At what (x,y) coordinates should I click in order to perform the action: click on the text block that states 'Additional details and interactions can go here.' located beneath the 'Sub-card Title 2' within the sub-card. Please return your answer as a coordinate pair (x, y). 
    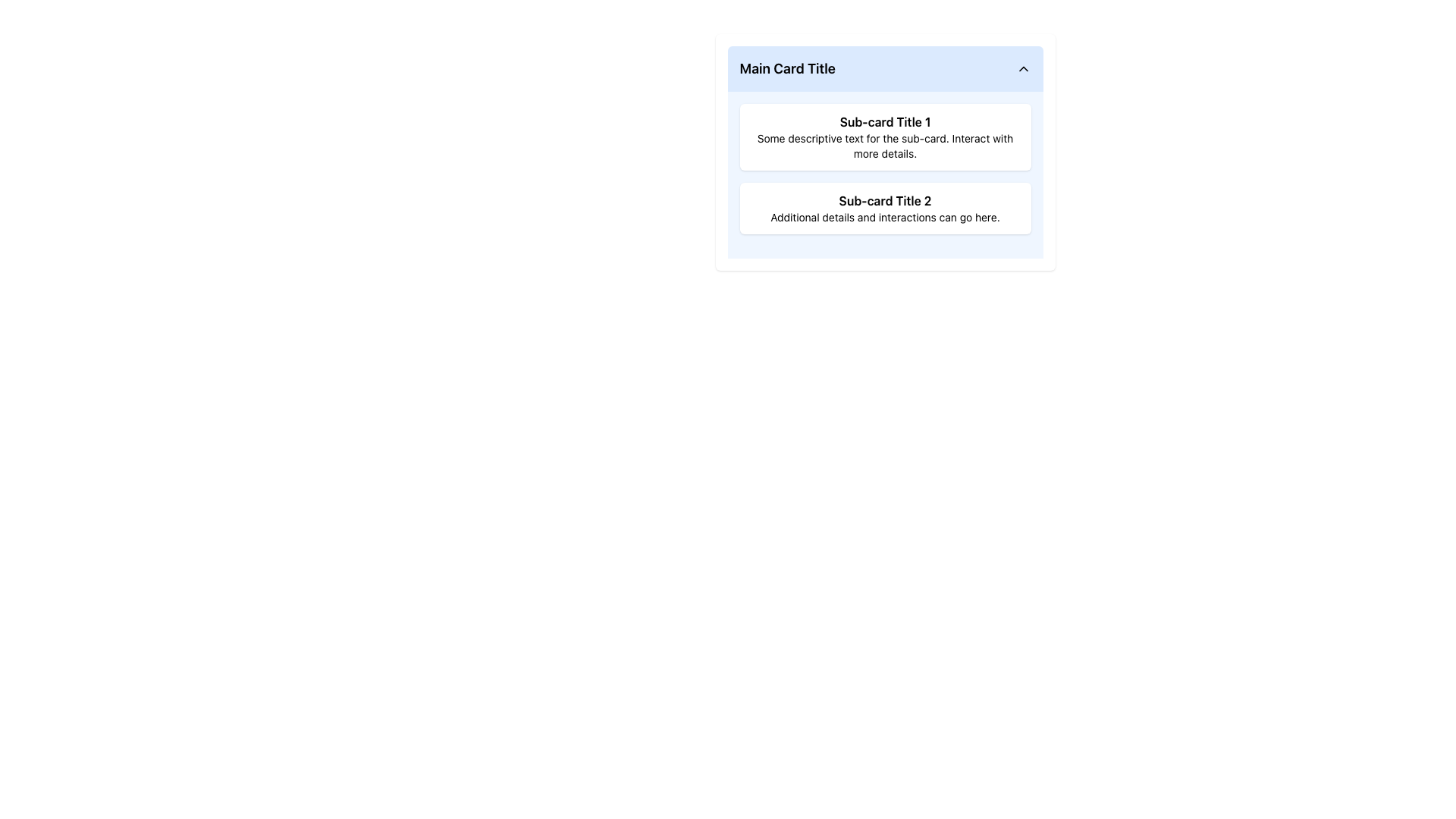
    Looking at the image, I should click on (885, 217).